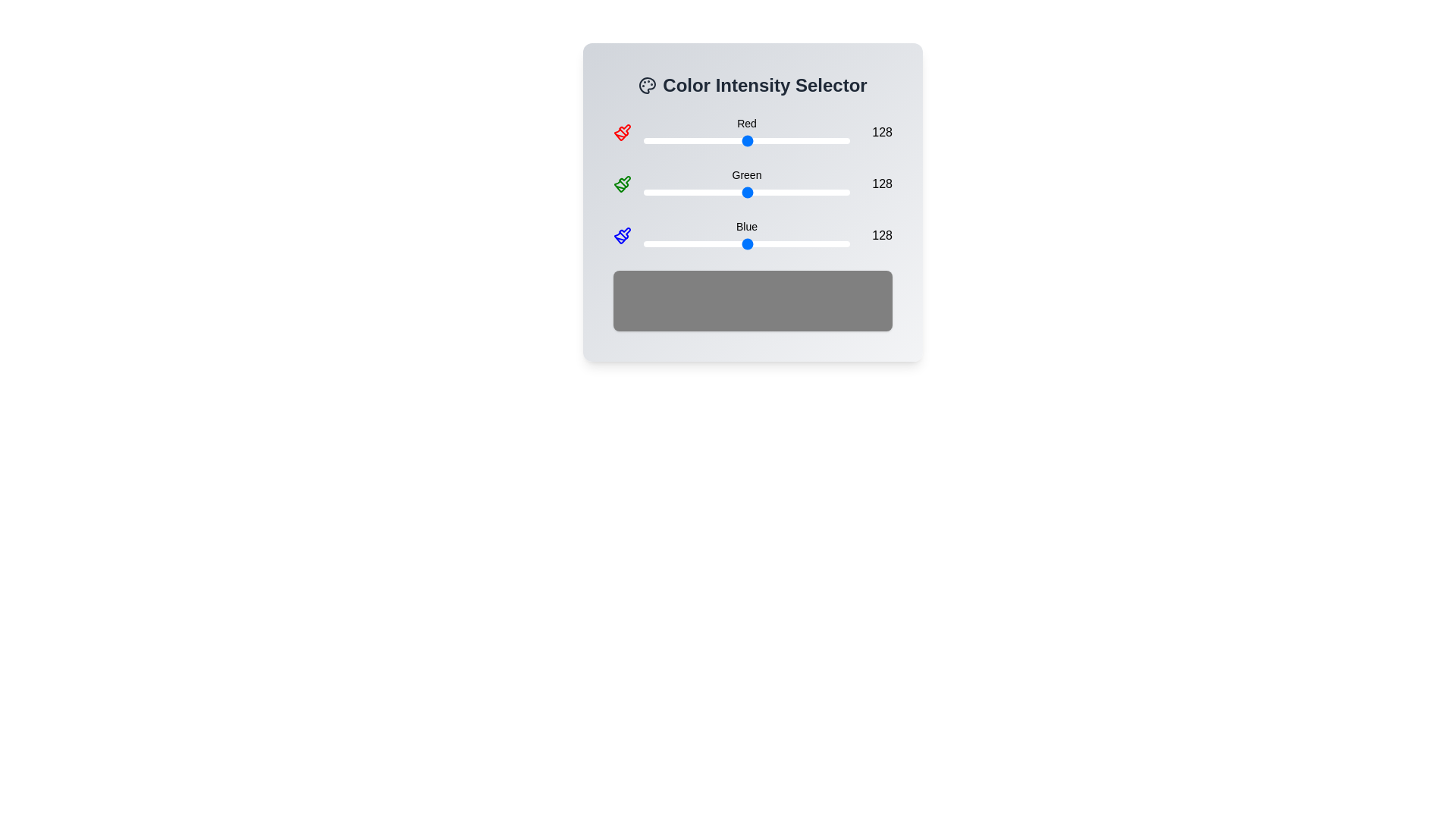  What do you see at coordinates (698, 140) in the screenshot?
I see `the red color intensity` at bounding box center [698, 140].